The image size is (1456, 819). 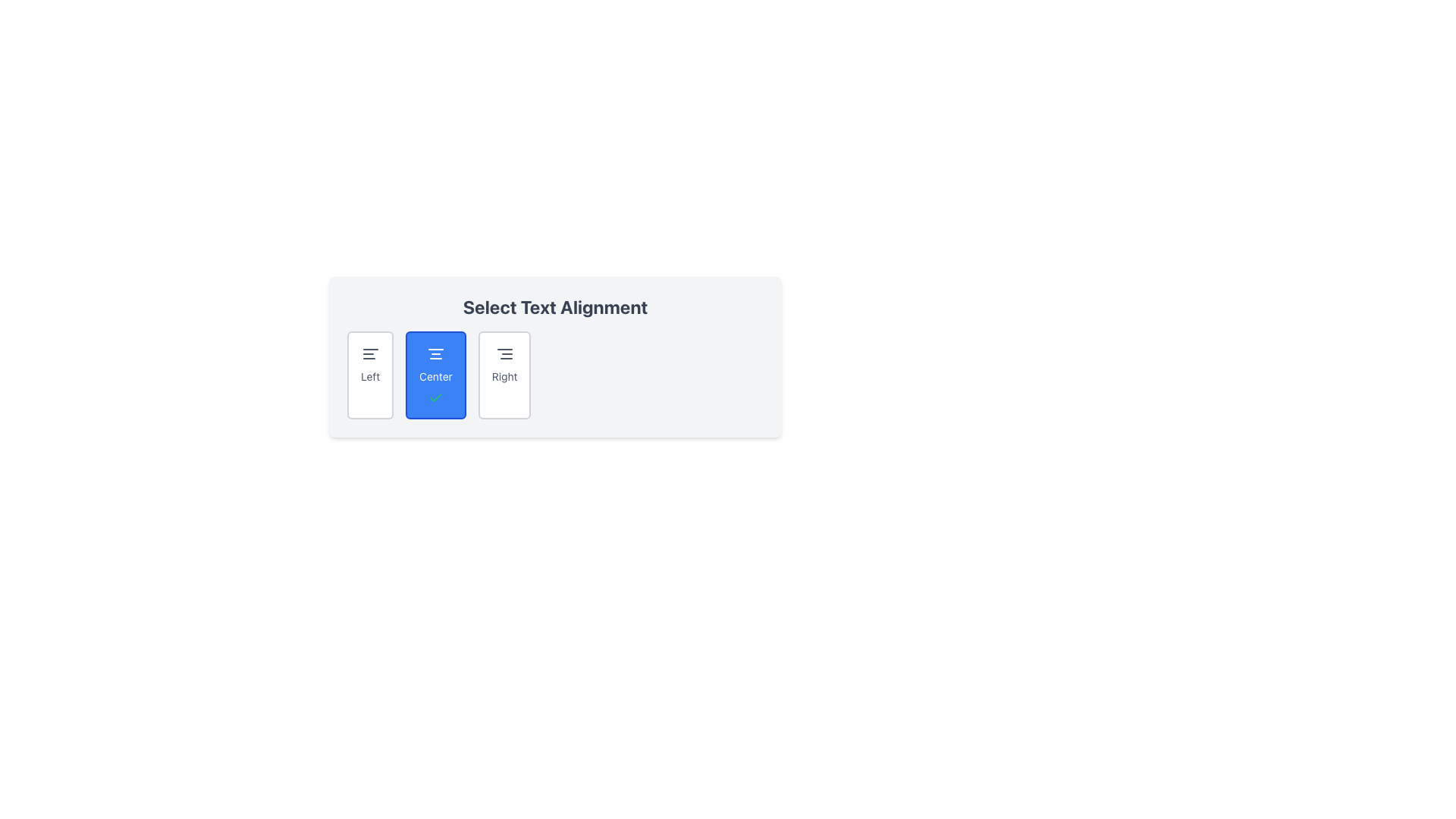 What do you see at coordinates (370, 353) in the screenshot?
I see `the 'Left' button that contains the icon with three horizontal lines` at bounding box center [370, 353].